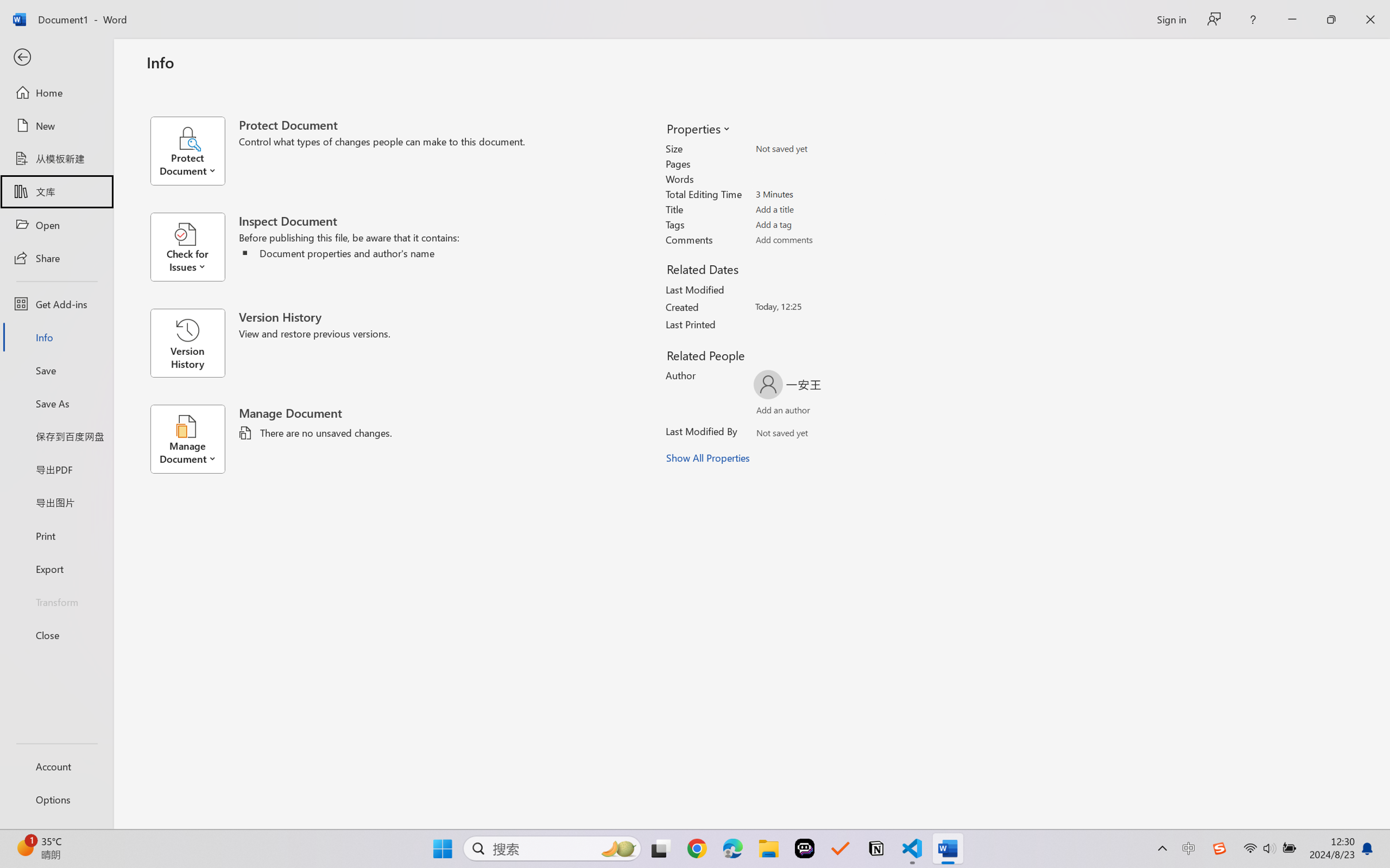 Image resolution: width=1390 pixels, height=868 pixels. What do you see at coordinates (194, 439) in the screenshot?
I see `'Manage Document'` at bounding box center [194, 439].